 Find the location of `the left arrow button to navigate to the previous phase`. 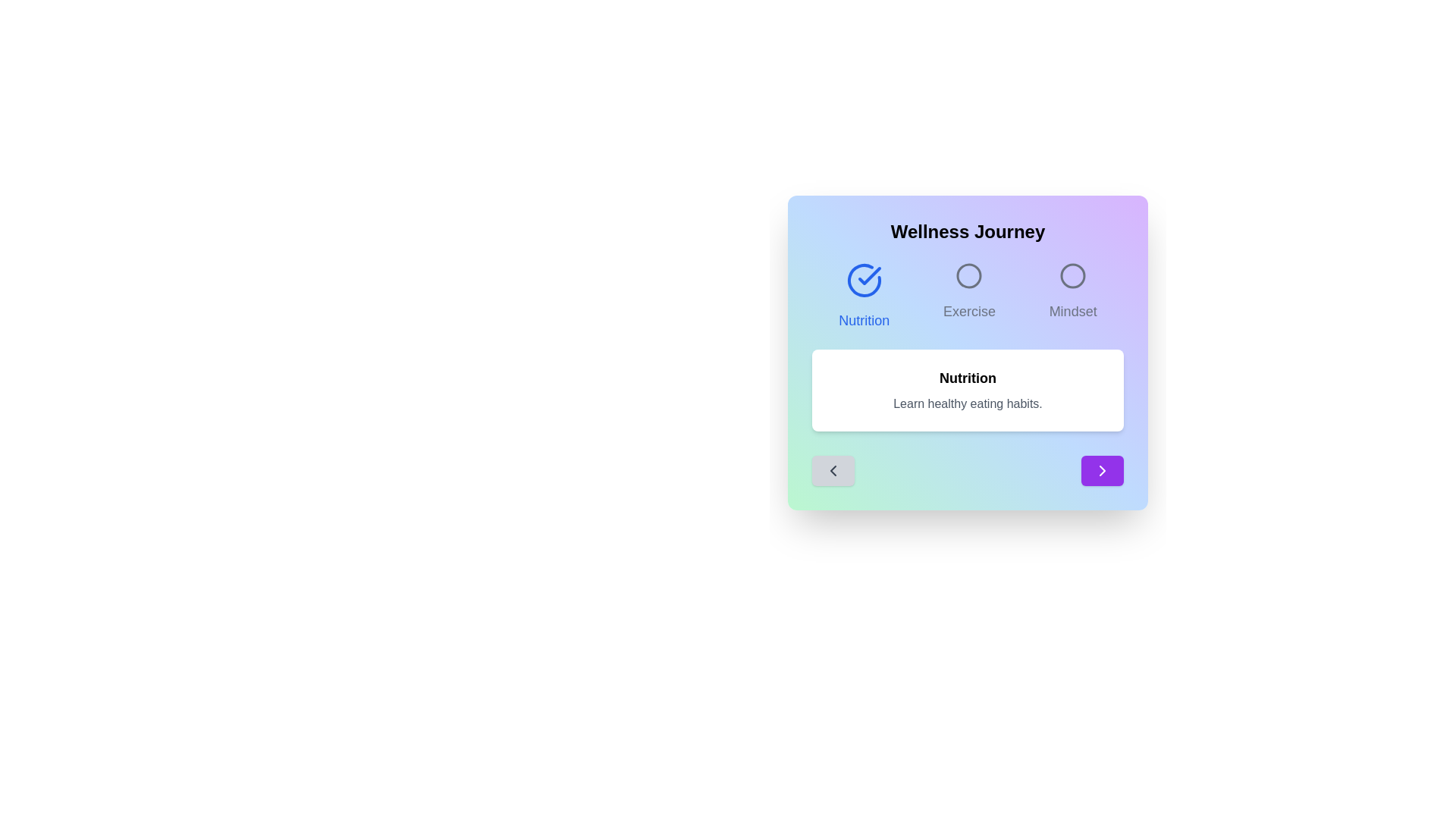

the left arrow button to navigate to the previous phase is located at coordinates (833, 470).